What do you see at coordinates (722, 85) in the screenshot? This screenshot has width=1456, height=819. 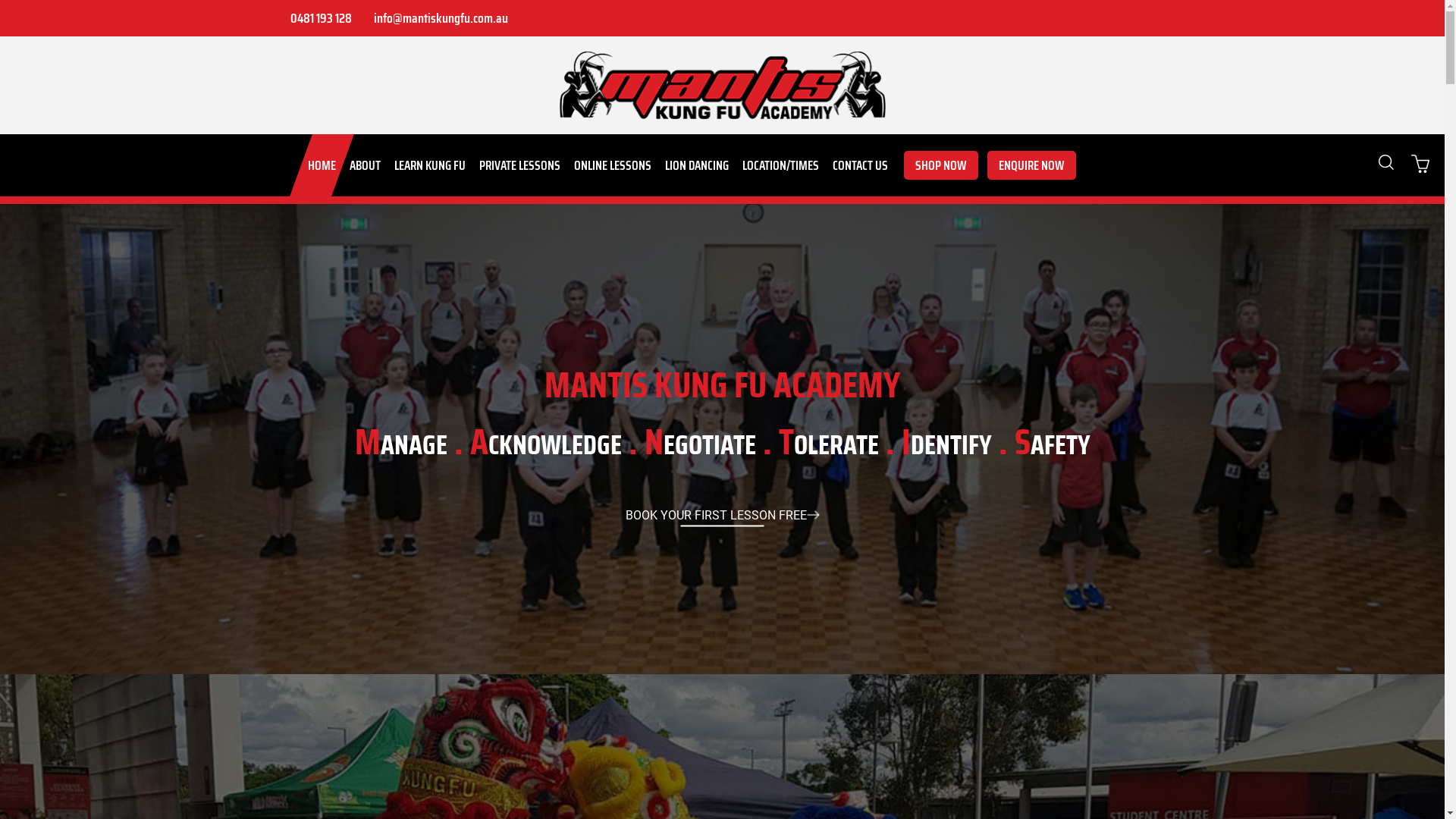 I see `'Mantis Kung Fu Academy'` at bounding box center [722, 85].